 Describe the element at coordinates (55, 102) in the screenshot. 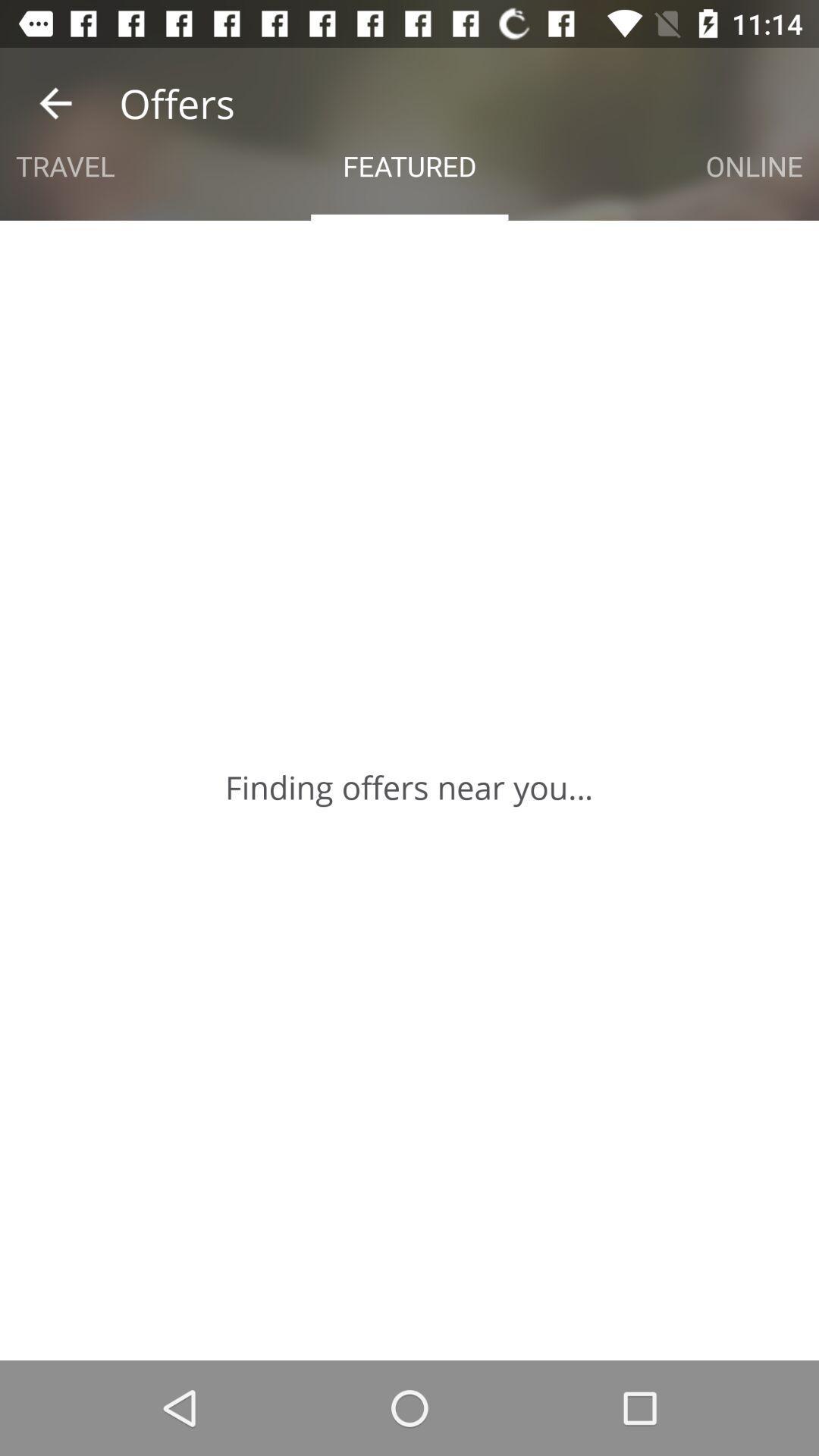

I see `previous page` at that location.